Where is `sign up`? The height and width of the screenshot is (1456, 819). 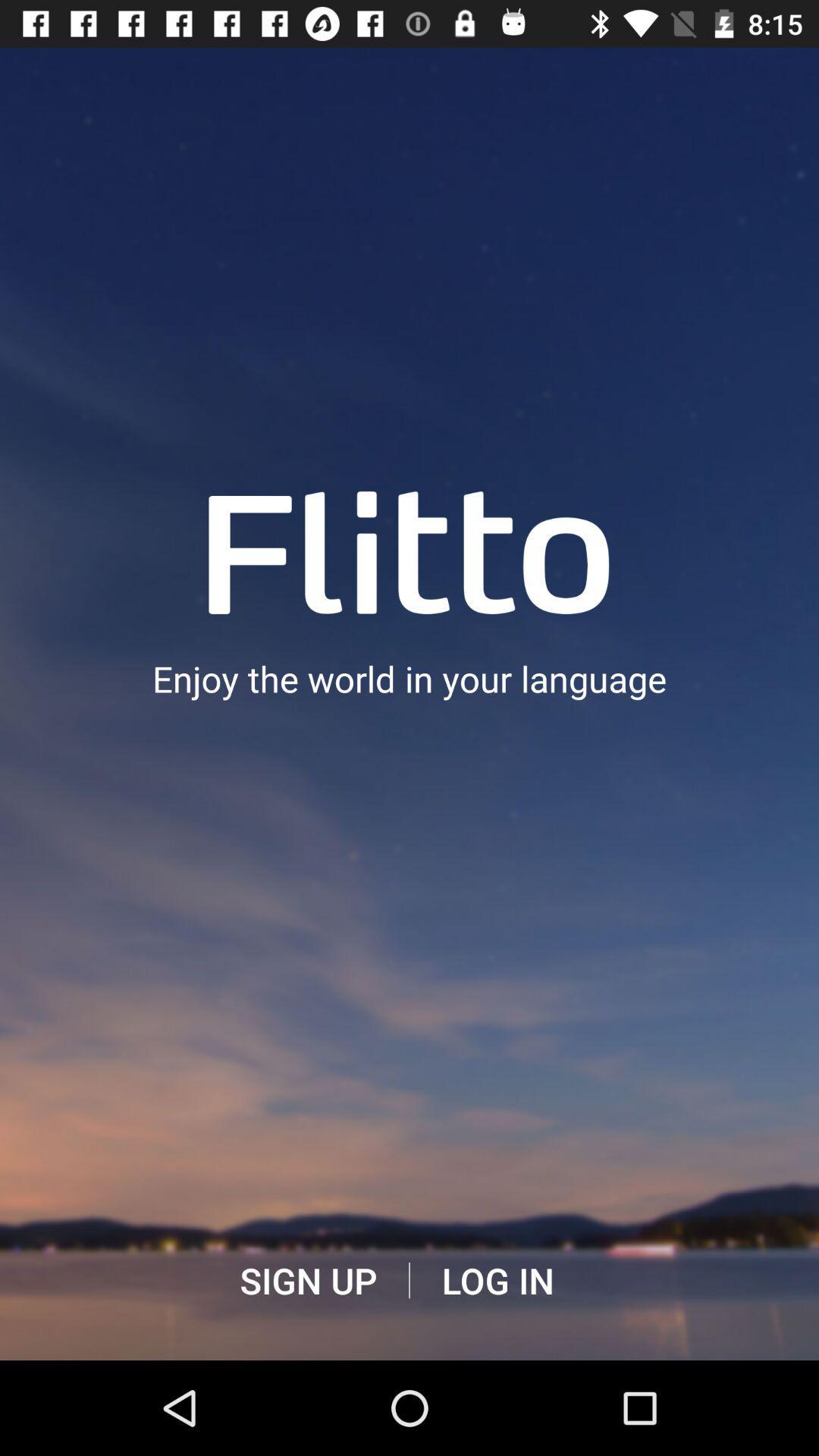
sign up is located at coordinates (307, 1280).